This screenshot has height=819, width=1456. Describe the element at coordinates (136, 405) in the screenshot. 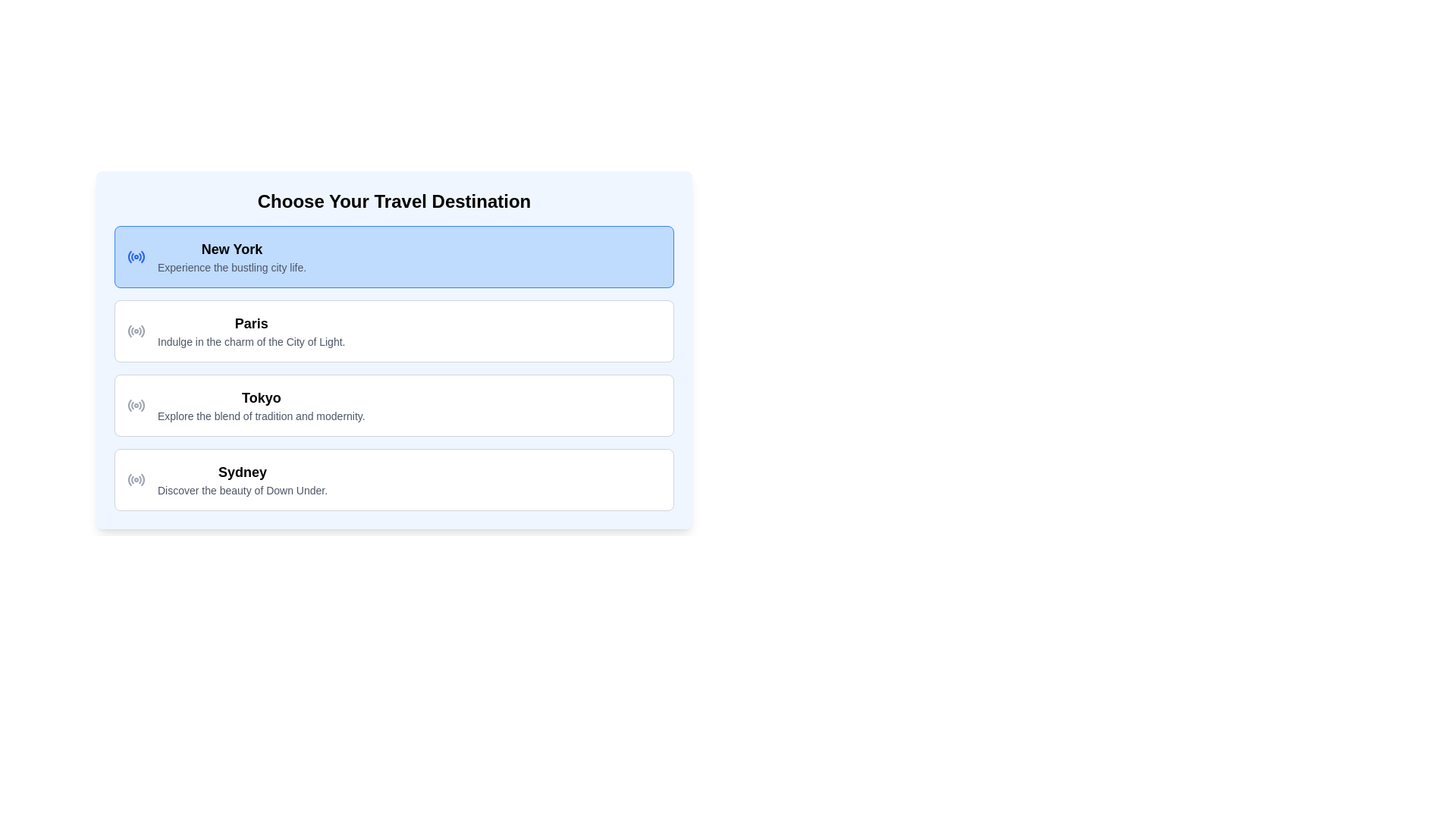

I see `the center of the radio button indicator for the 'Tokyo' option, which is a circular icon located in the top-left portion of the 'Tokyo' content block, just before the title 'Tokyo'` at that location.